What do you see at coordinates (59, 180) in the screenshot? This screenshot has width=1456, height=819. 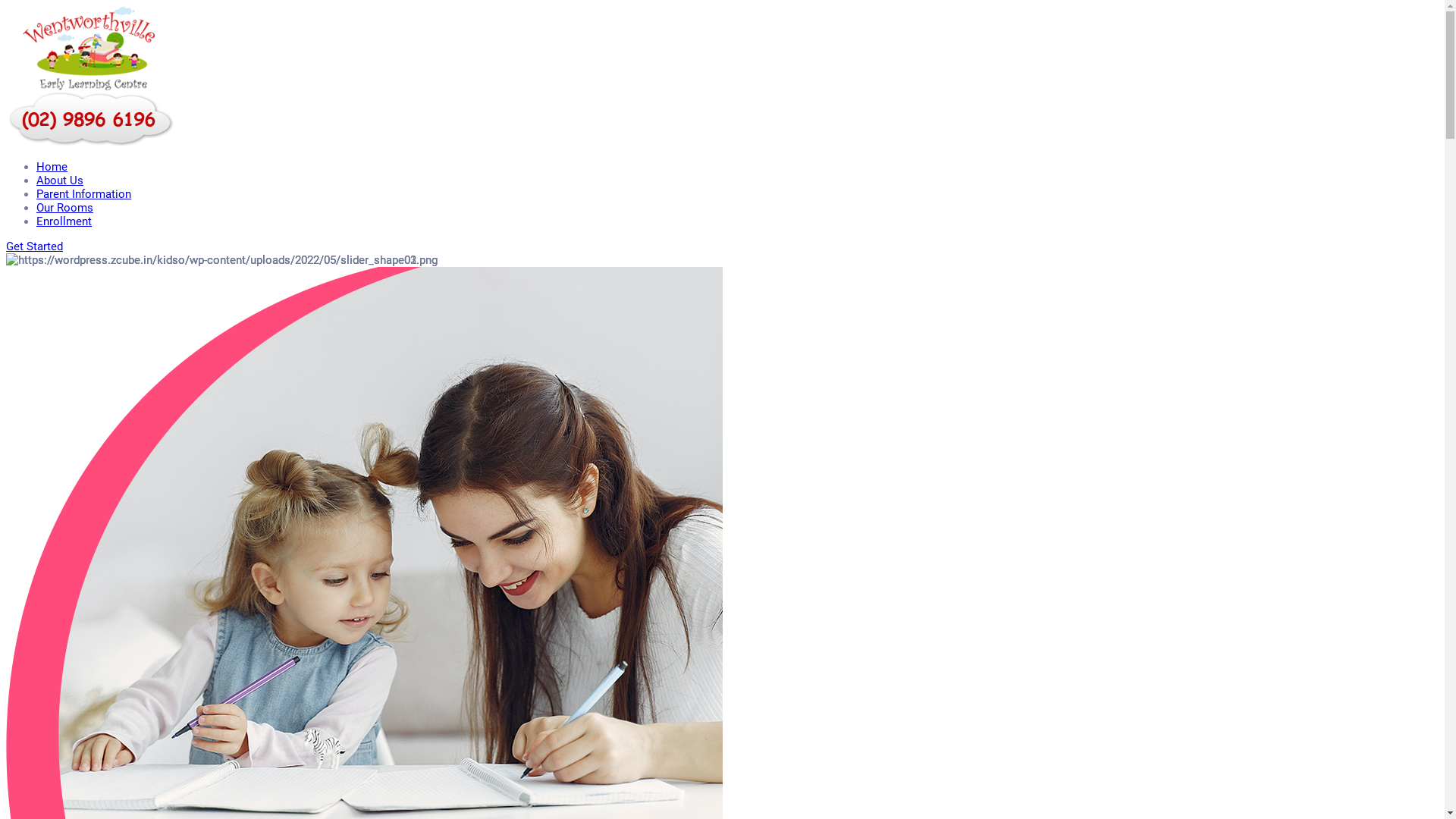 I see `'About Us'` at bounding box center [59, 180].